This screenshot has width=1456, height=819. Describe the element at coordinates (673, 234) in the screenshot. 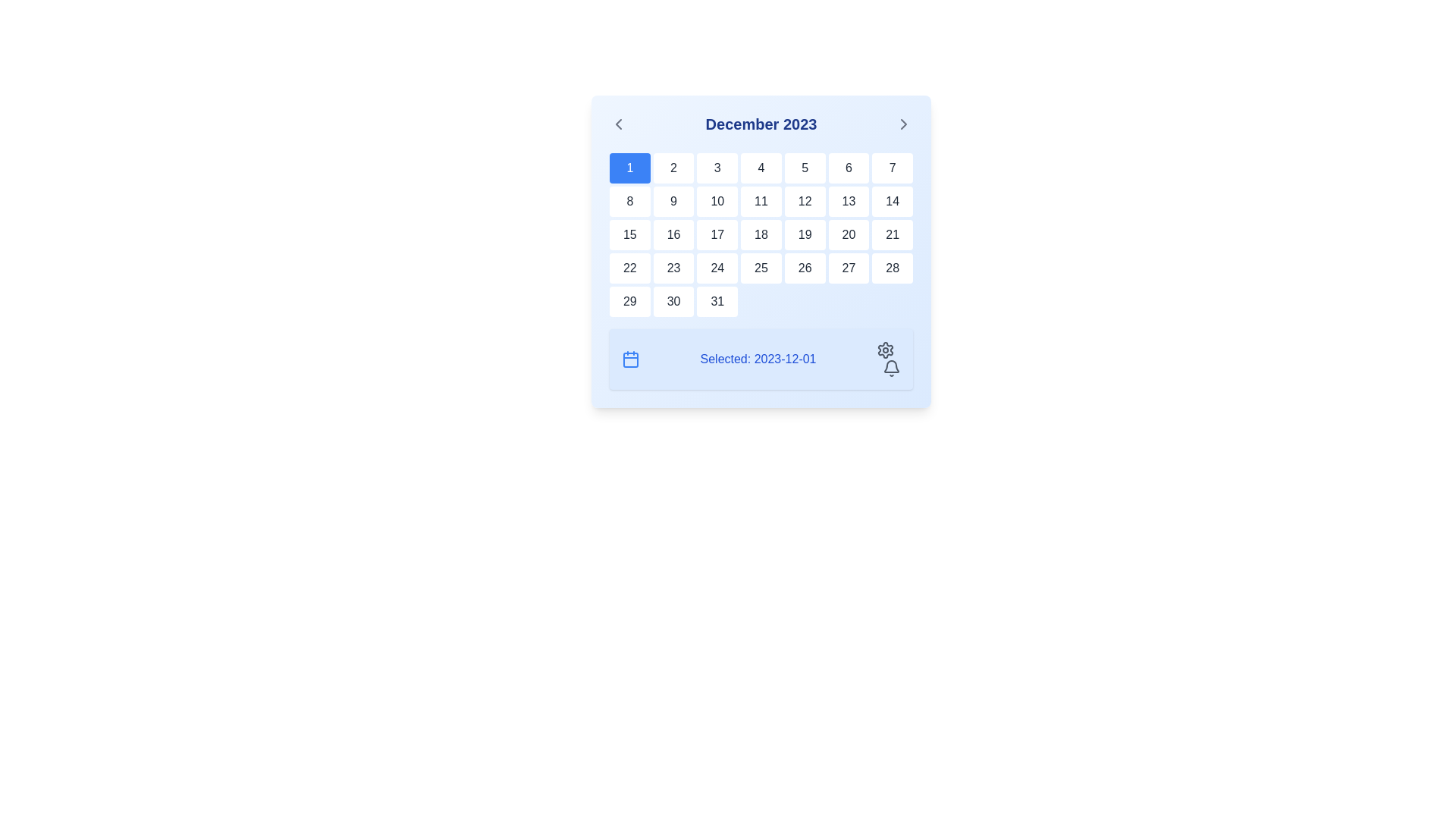

I see `the button representing the 16th day of the calendar` at that location.